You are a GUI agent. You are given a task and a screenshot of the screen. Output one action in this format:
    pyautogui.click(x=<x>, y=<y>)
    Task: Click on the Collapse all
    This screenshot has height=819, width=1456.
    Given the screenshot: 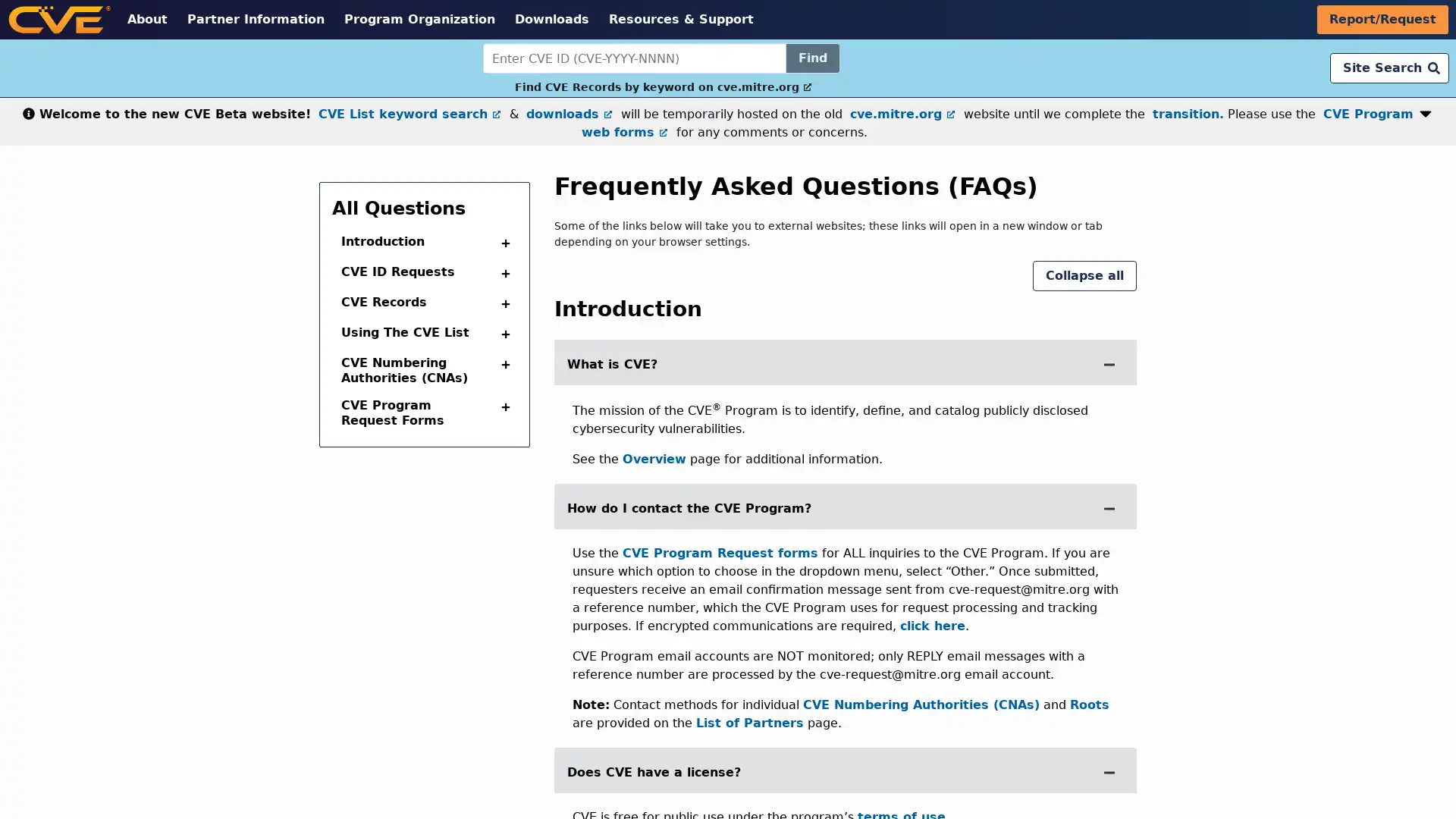 What is the action you would take?
    pyautogui.click(x=1084, y=275)
    